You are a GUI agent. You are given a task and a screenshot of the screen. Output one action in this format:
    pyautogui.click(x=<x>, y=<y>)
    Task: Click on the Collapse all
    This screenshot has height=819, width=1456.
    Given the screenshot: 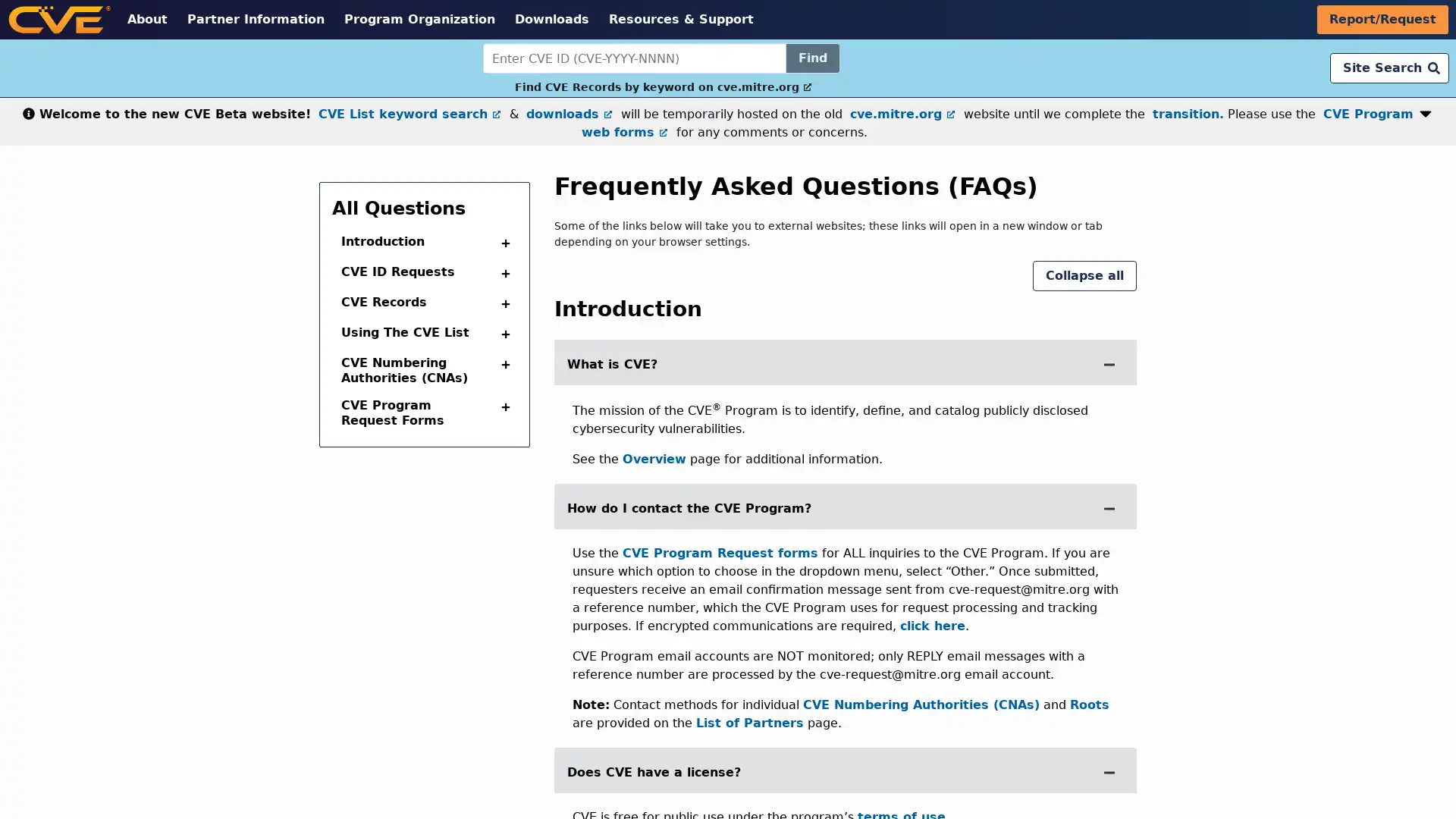 What is the action you would take?
    pyautogui.click(x=1084, y=275)
    